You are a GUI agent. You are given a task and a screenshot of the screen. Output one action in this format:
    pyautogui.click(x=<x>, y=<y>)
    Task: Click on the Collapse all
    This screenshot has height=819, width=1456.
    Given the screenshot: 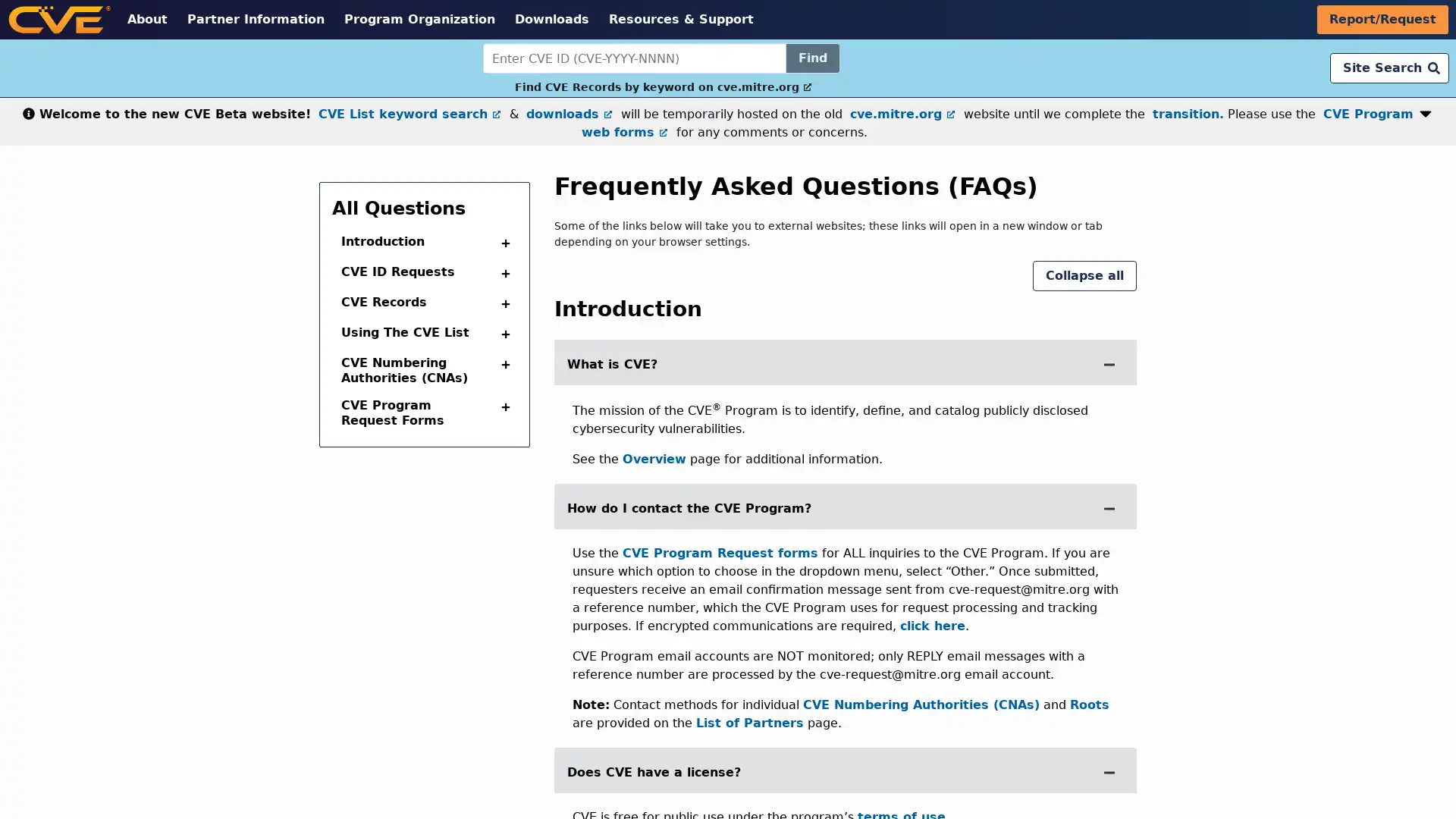 What is the action you would take?
    pyautogui.click(x=1084, y=275)
    